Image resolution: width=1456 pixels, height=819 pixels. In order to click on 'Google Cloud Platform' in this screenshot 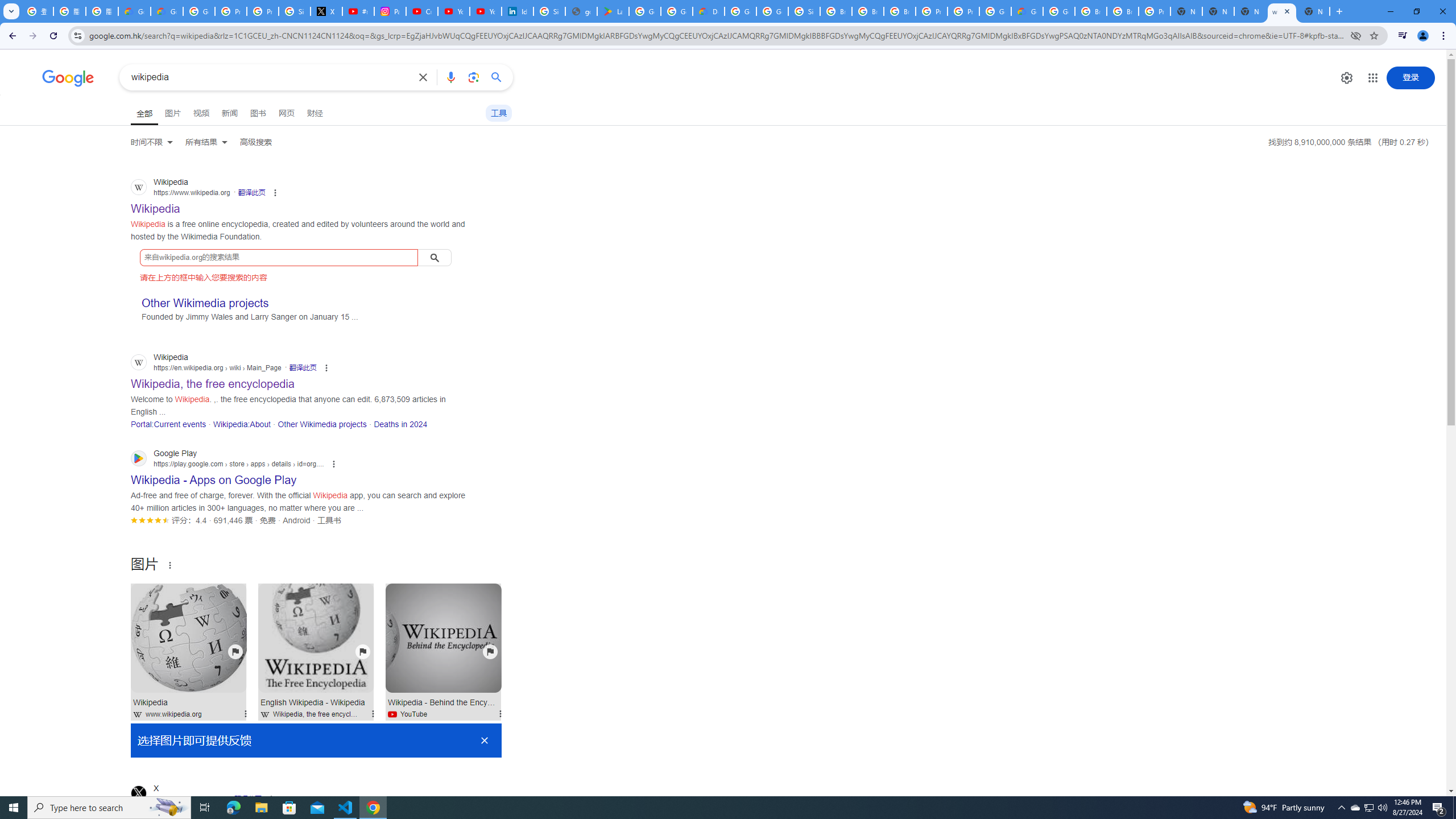, I will do `click(994, 11)`.